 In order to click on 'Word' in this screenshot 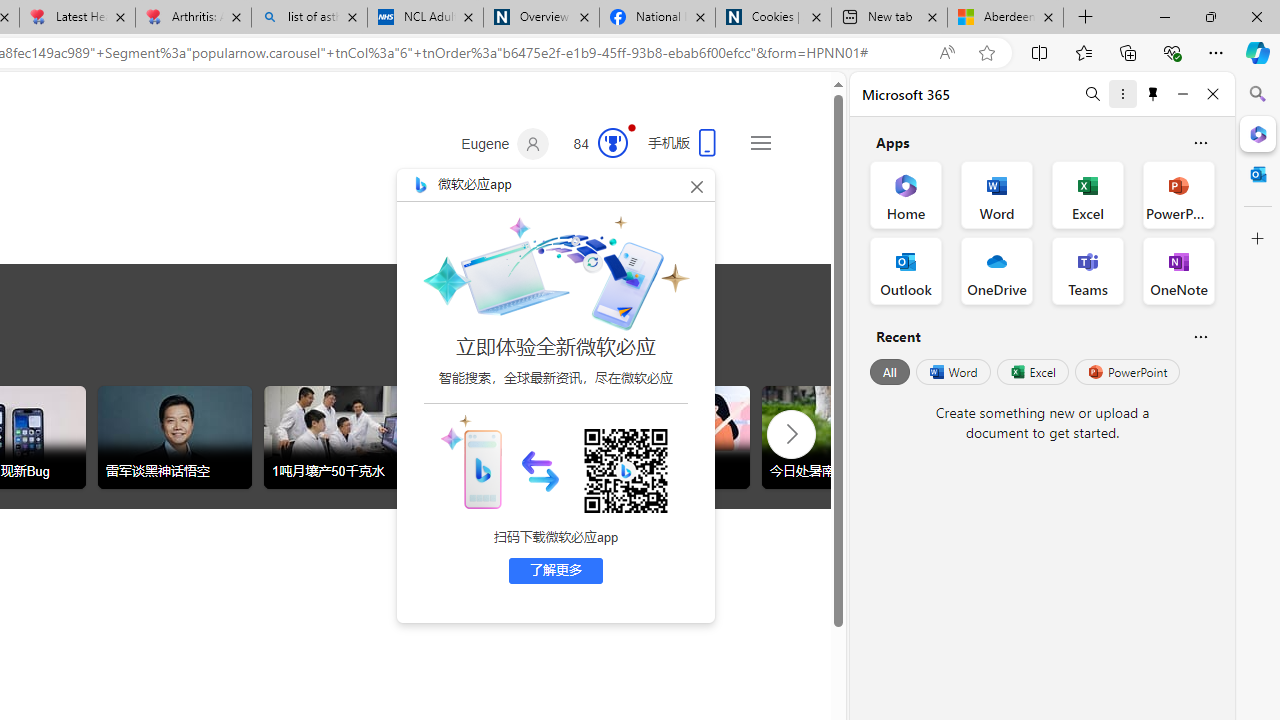, I will do `click(951, 372)`.